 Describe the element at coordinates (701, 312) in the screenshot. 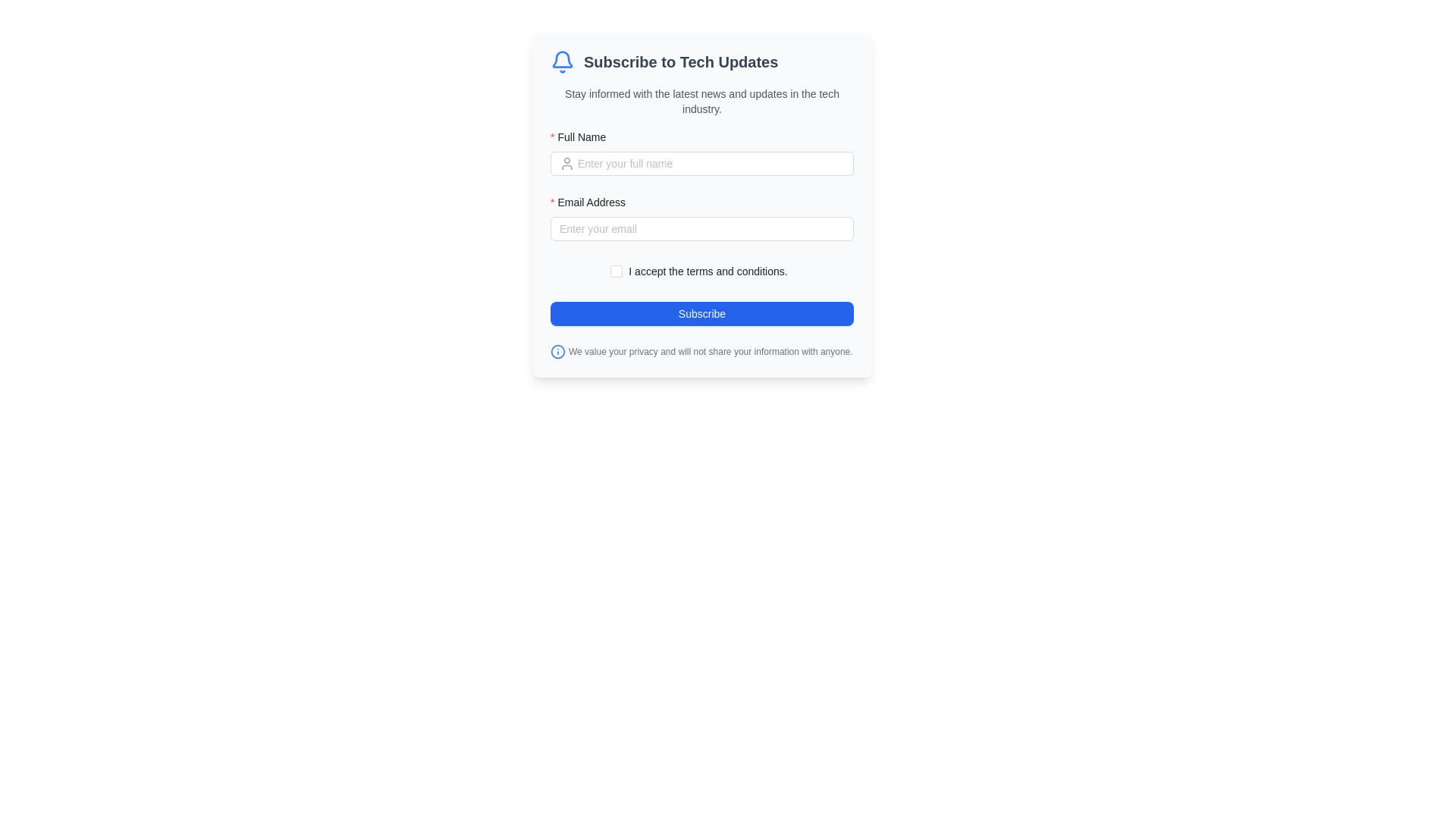

I see `the submit button located below the 'I accept the terms and conditions.' checkbox in the 'Subscribe to Tech Updates' form` at that location.